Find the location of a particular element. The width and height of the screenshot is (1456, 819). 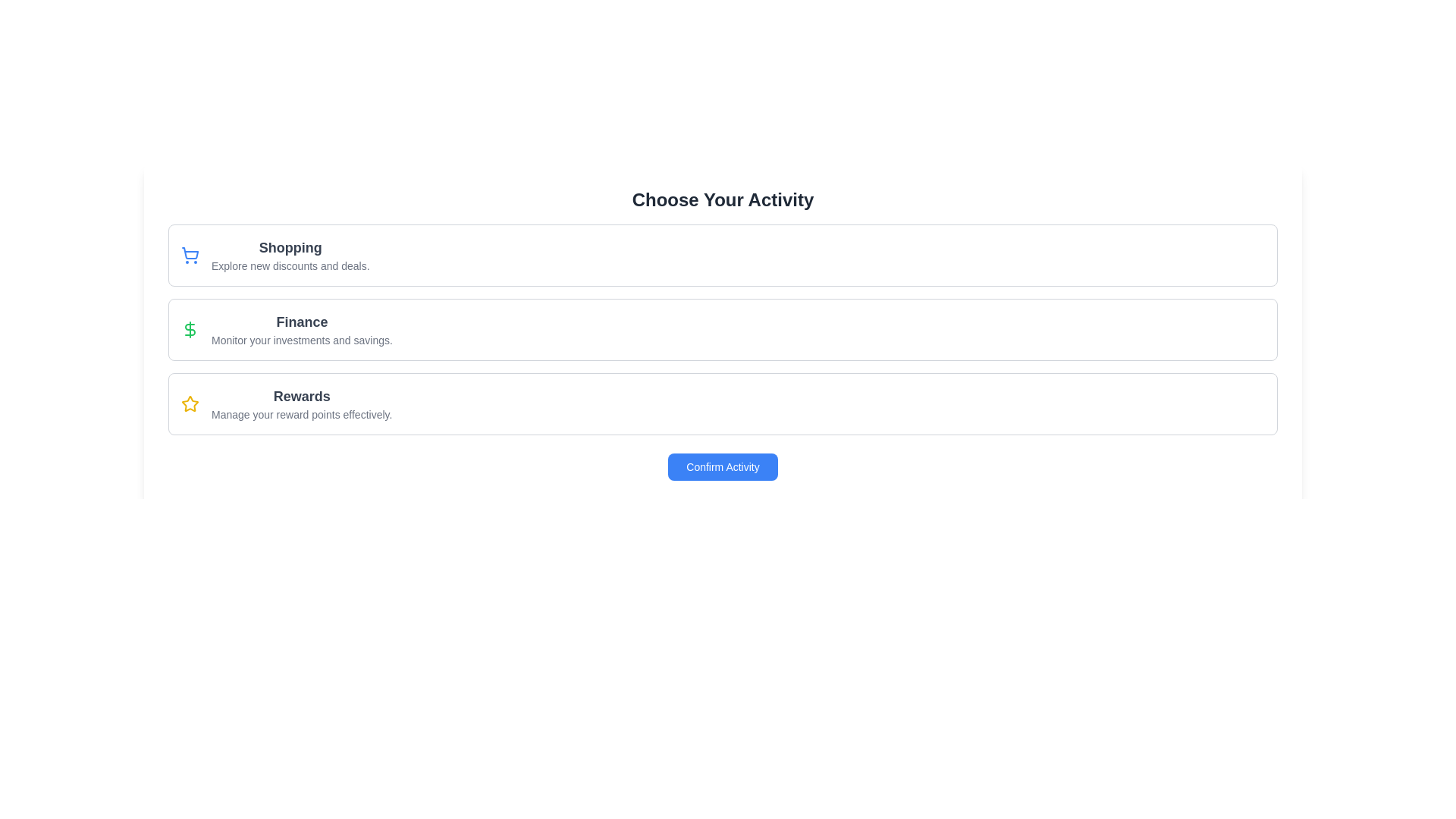

the distinctive 'Rewards' icon located to the left of the 'Rewards' title, which visually represents the 'Rewards' activity is located at coordinates (189, 403).